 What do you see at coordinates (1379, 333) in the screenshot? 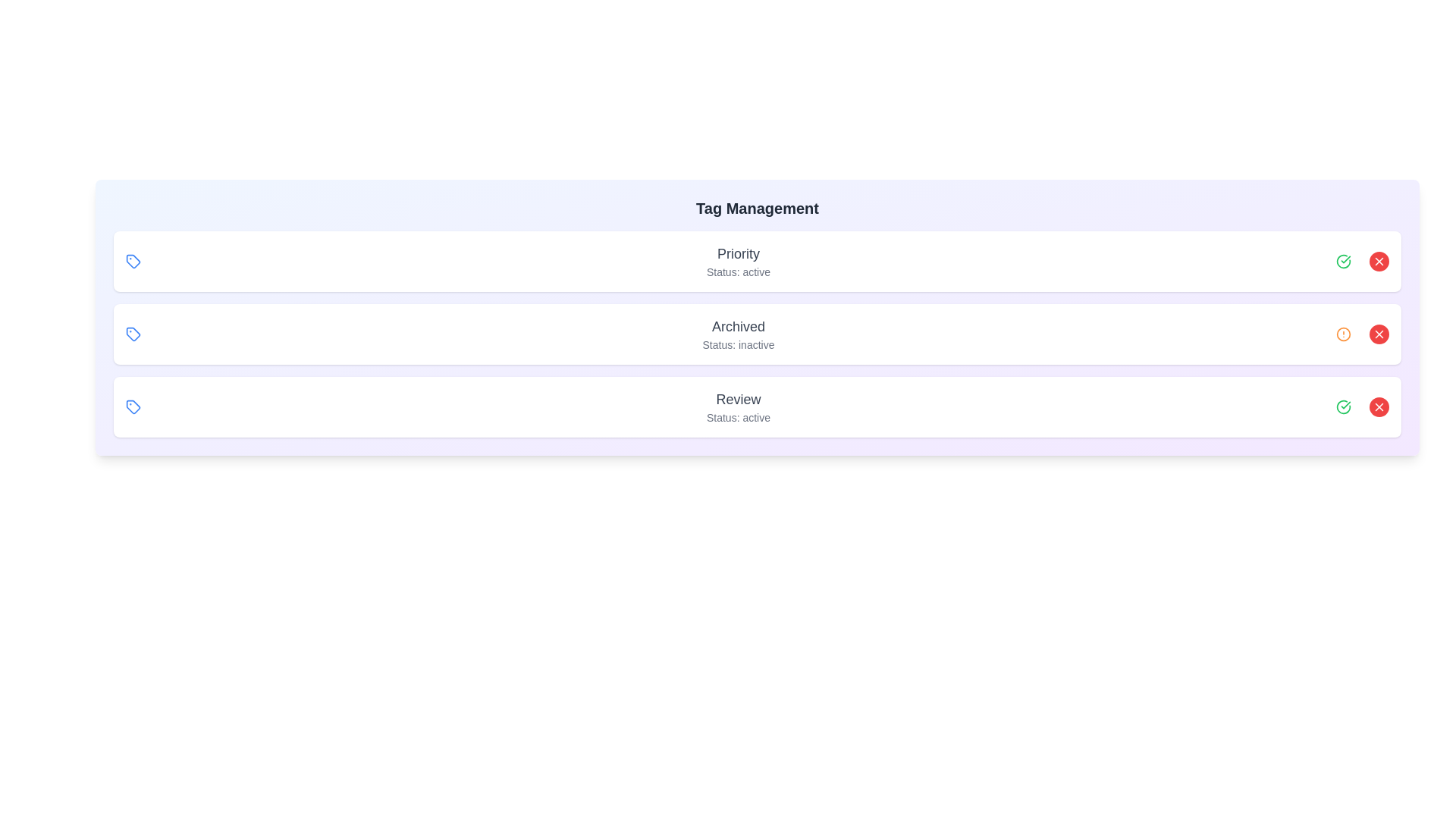
I see `the red 'X' button to remove the tag with name Archived` at bounding box center [1379, 333].